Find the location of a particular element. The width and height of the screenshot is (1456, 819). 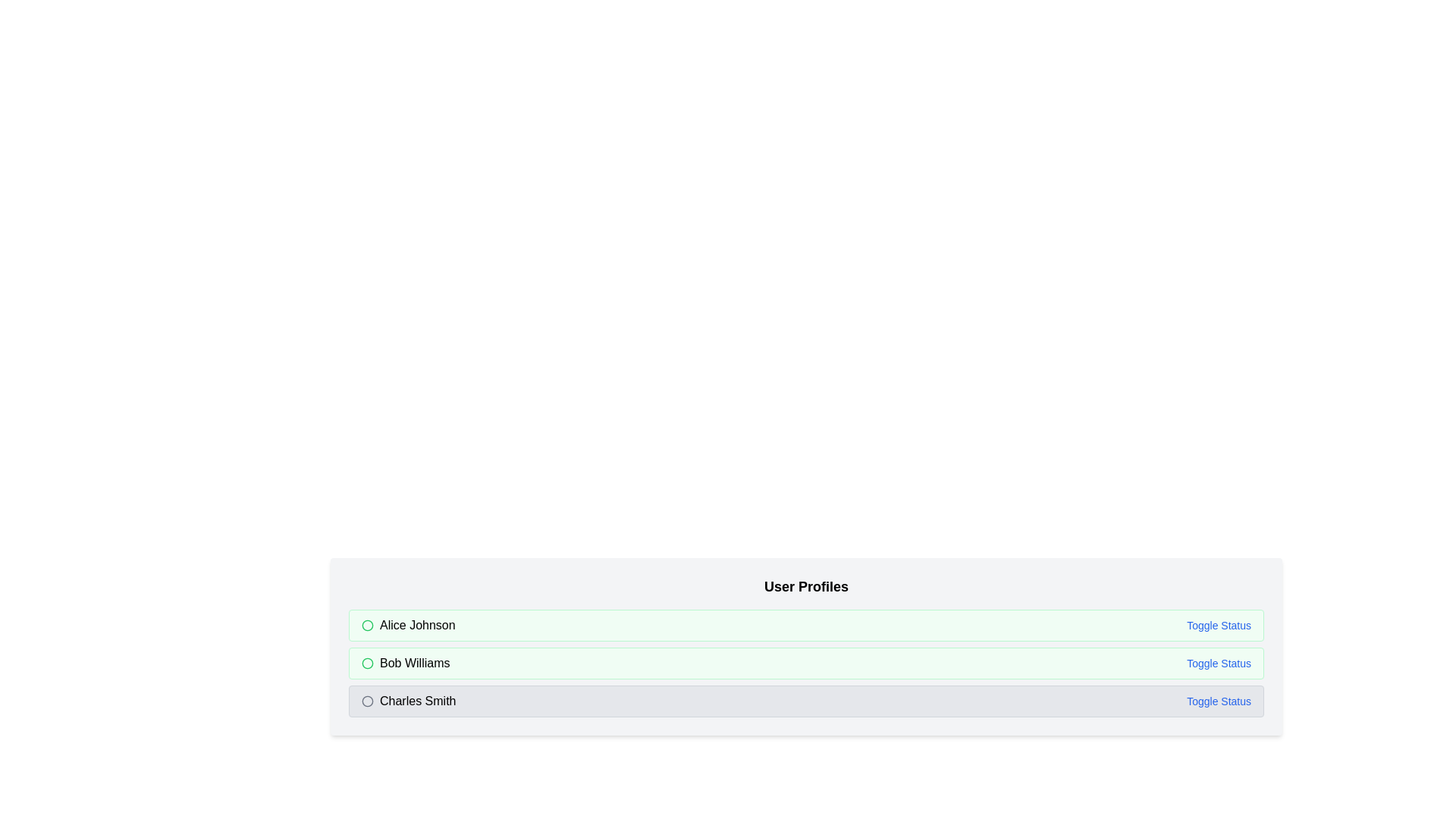

the circular status indicator icon with a green outline and transparent fill, located at the start of the row containing 'Bob Williams', to check its status indication is located at coordinates (367, 663).